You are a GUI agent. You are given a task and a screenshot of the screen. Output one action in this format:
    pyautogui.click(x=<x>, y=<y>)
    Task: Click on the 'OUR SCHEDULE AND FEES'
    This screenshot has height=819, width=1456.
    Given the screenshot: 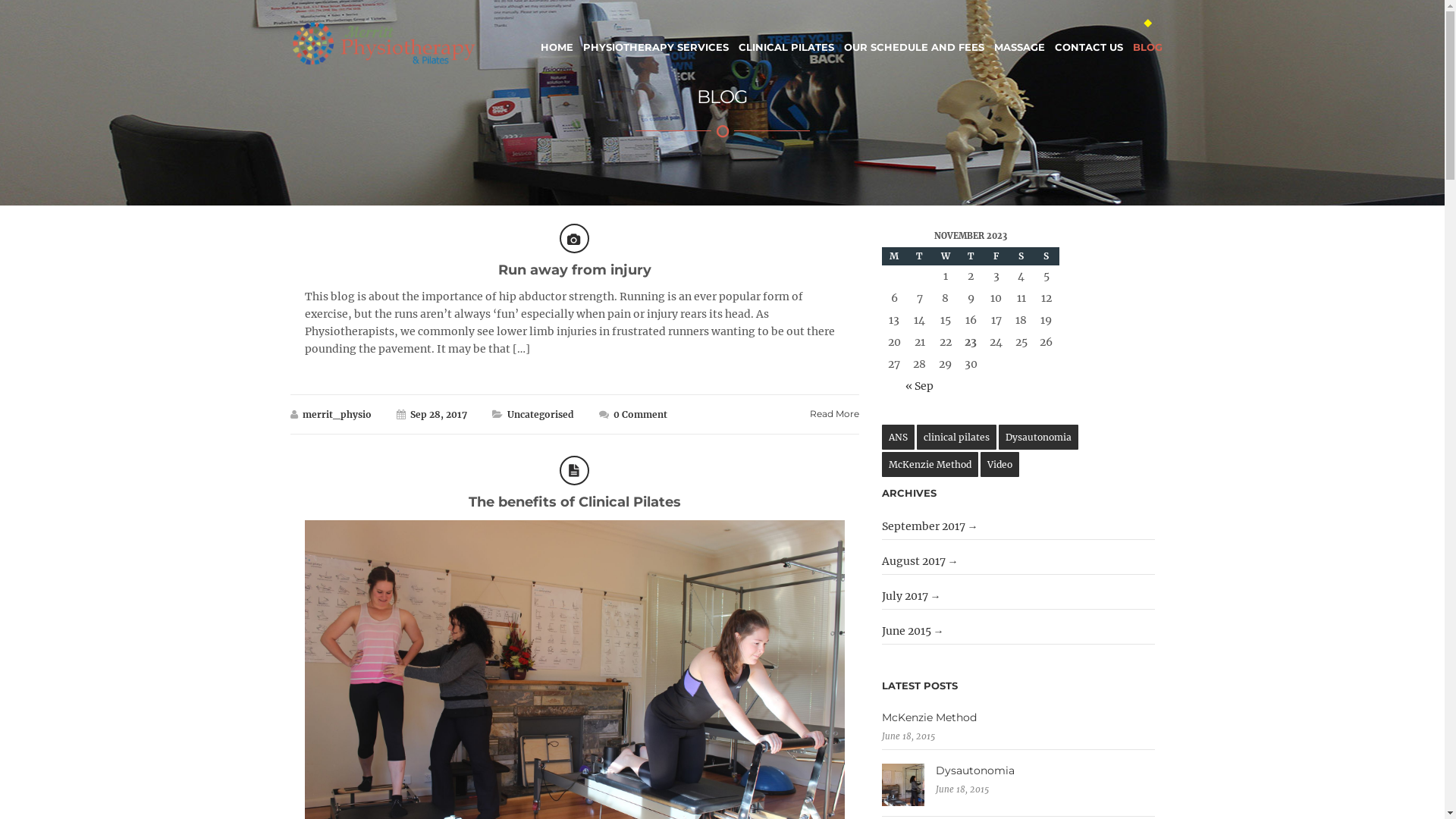 What is the action you would take?
    pyautogui.click(x=912, y=37)
    